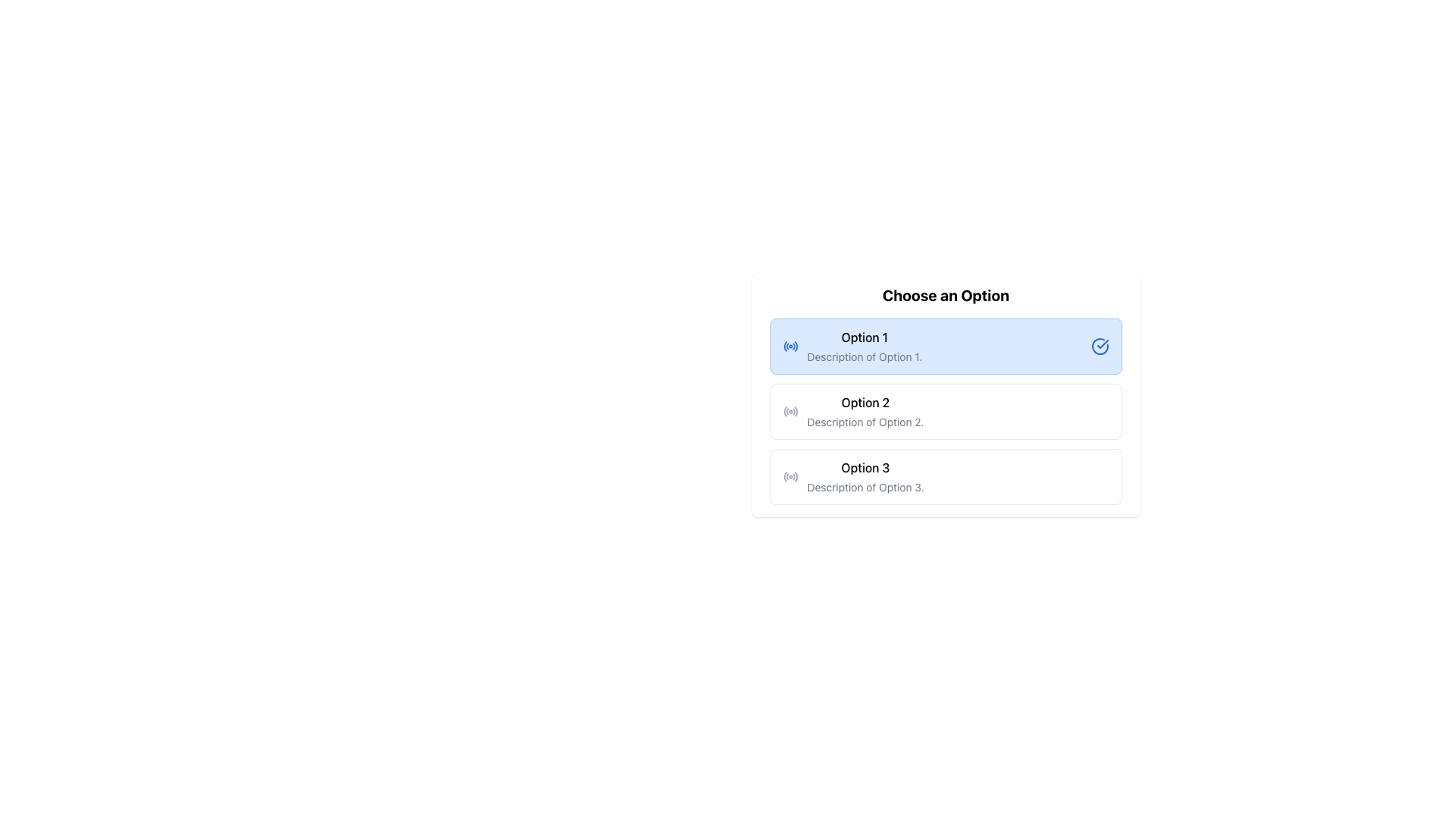 This screenshot has height=819, width=1456. What do you see at coordinates (864, 356) in the screenshot?
I see `the supplementary information text label that describes 'Option 1', located directly below it within the option selection component` at bounding box center [864, 356].